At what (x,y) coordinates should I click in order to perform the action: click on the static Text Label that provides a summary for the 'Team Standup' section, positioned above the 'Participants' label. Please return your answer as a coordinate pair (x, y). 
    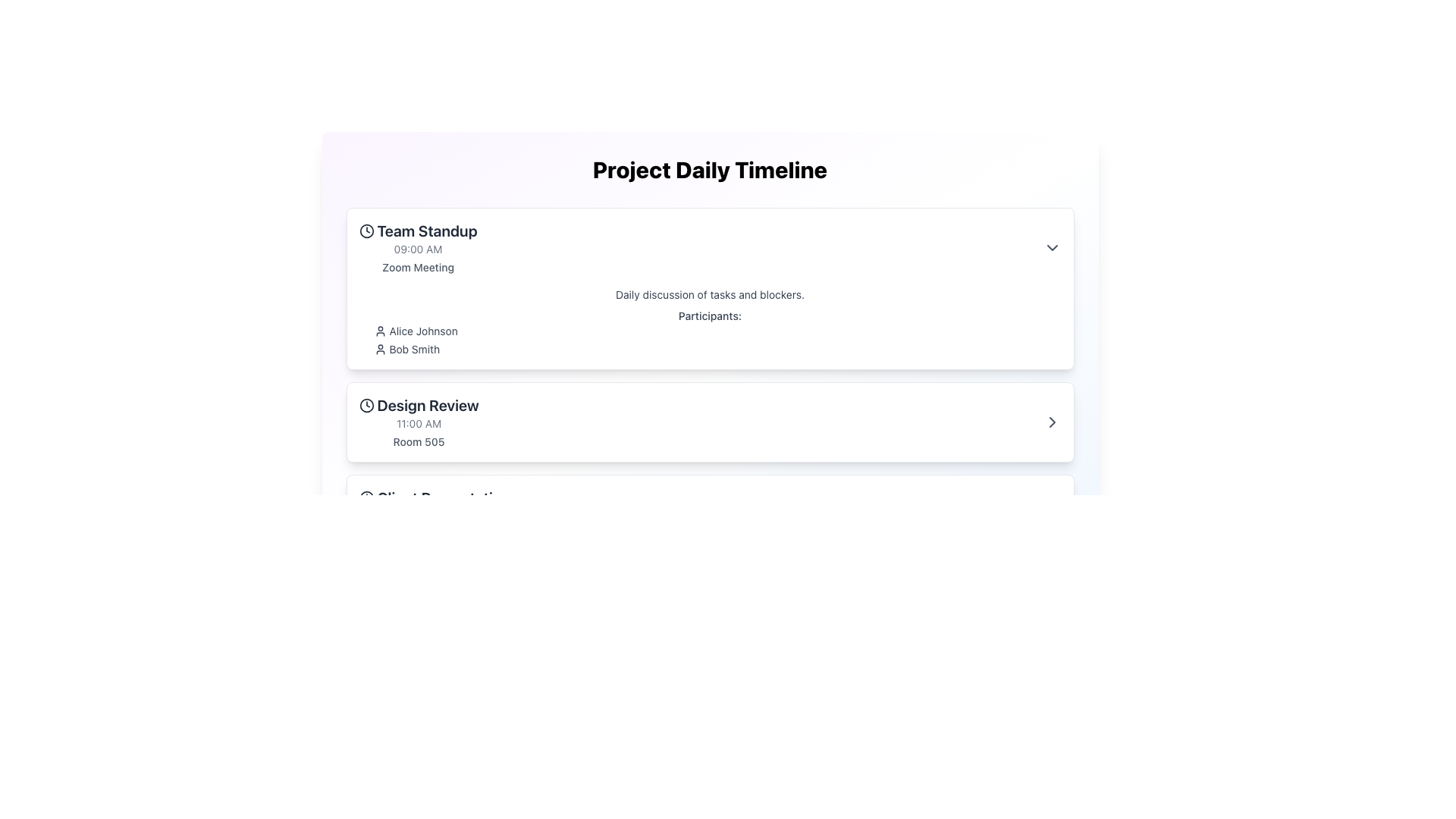
    Looking at the image, I should click on (709, 295).